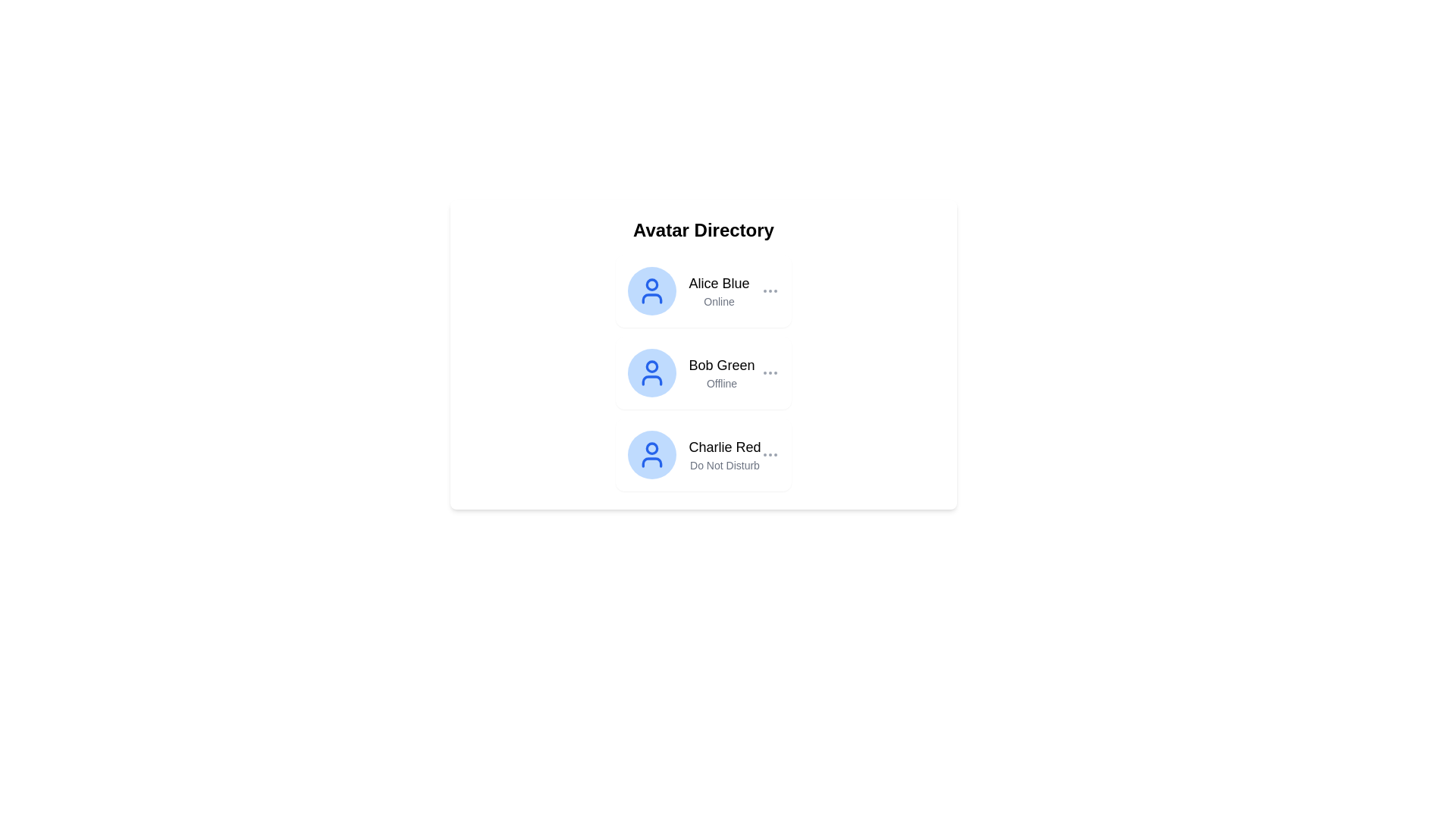 This screenshot has width=1456, height=819. What do you see at coordinates (723, 464) in the screenshot?
I see `the 'Do Not Disturb' text label located below 'Charlie Red' in the avatar directory interface` at bounding box center [723, 464].